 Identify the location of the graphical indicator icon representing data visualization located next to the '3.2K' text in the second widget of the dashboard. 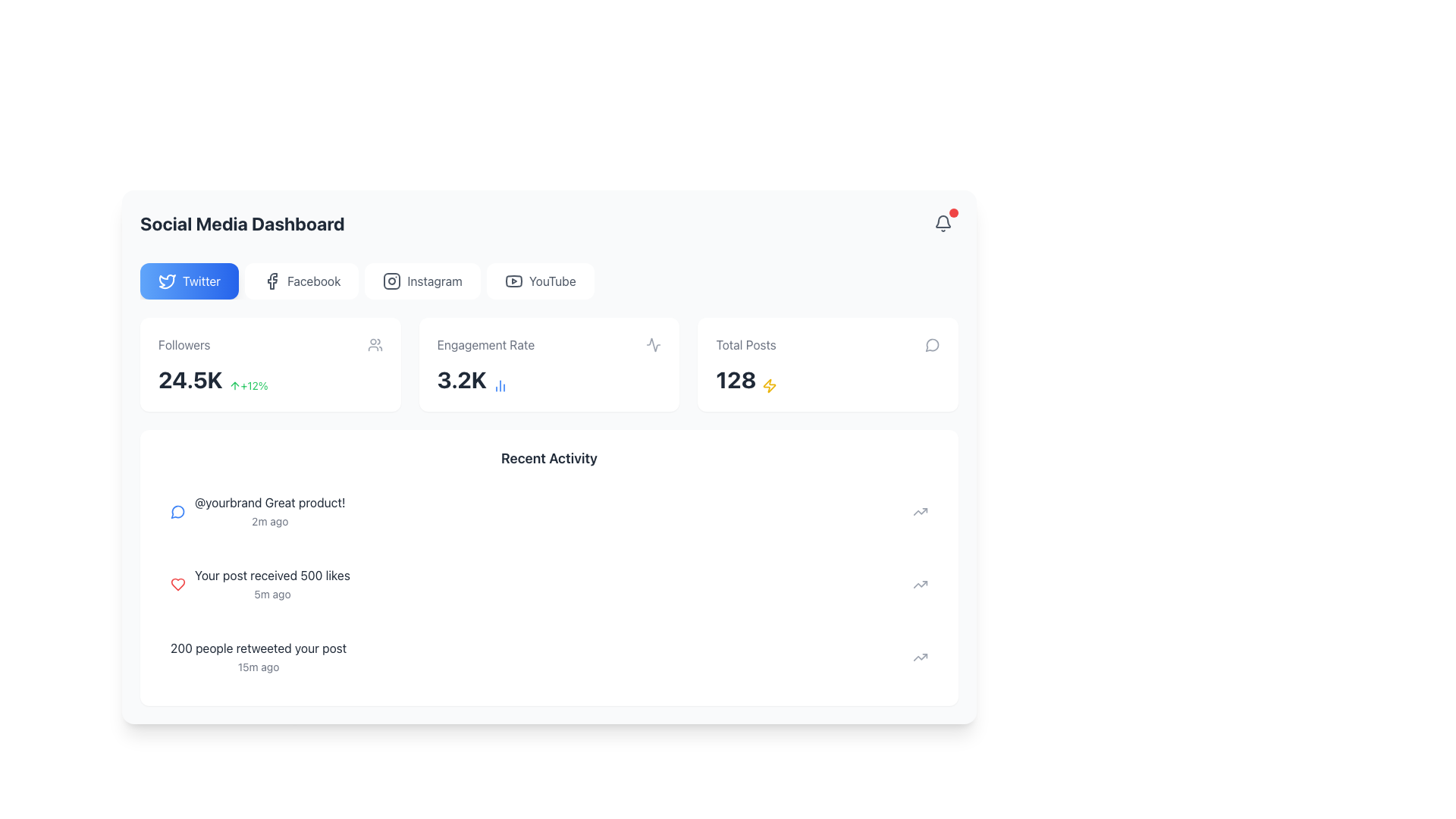
(500, 385).